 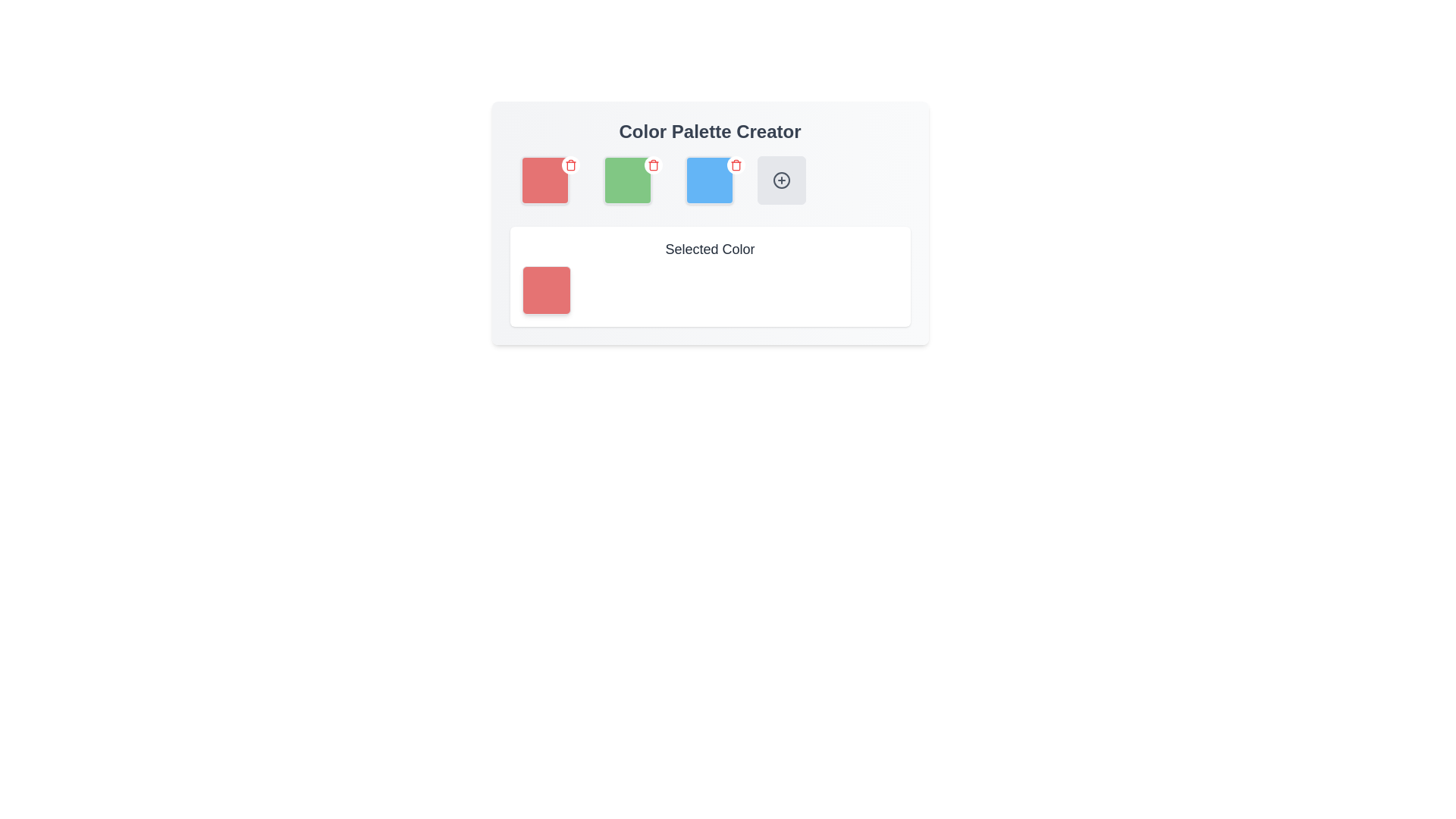 What do you see at coordinates (570, 165) in the screenshot?
I see `the delete icon located at the top-right corner of the red square item` at bounding box center [570, 165].